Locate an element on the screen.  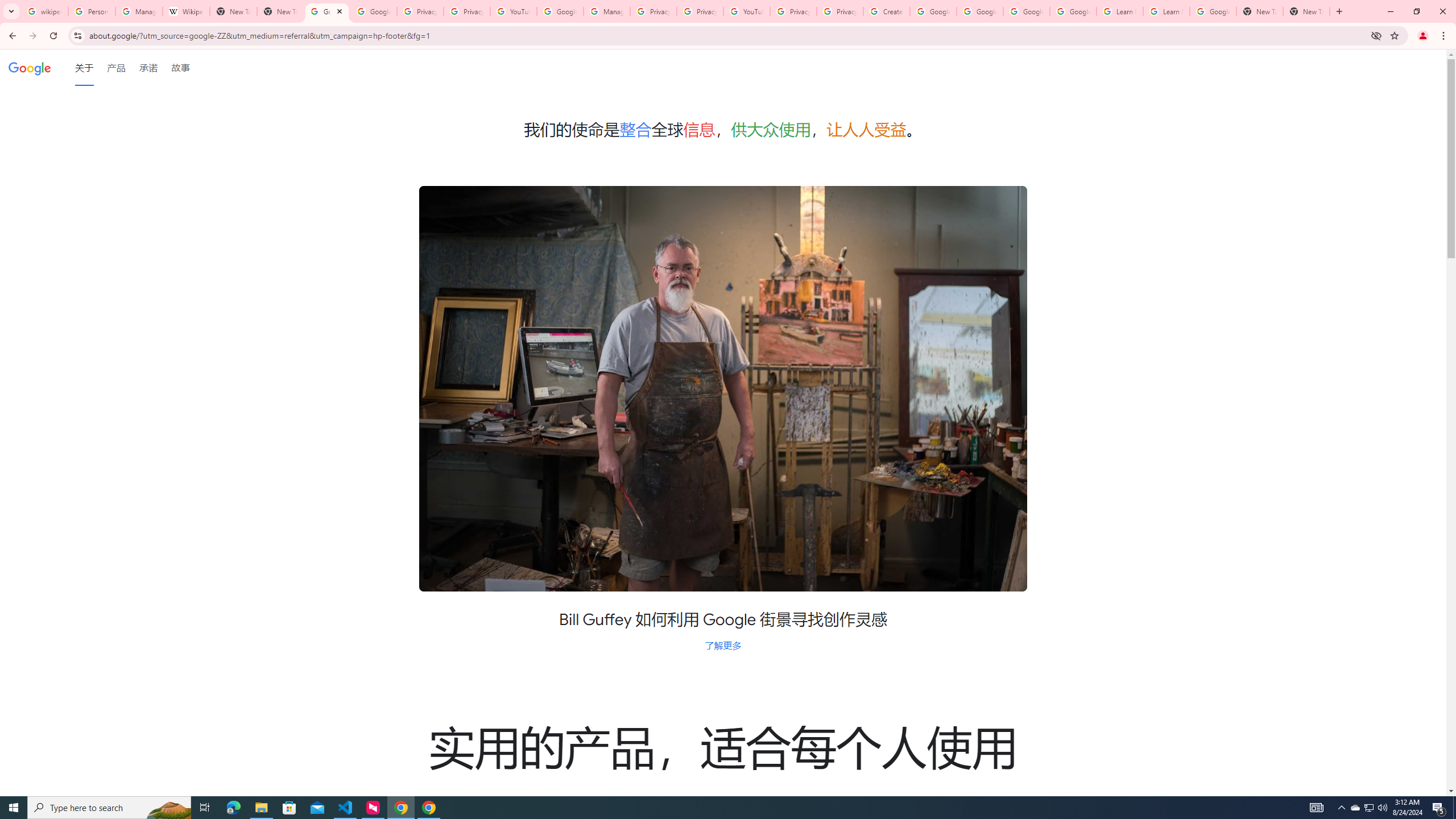
'New Tab' is located at coordinates (1338, 11).